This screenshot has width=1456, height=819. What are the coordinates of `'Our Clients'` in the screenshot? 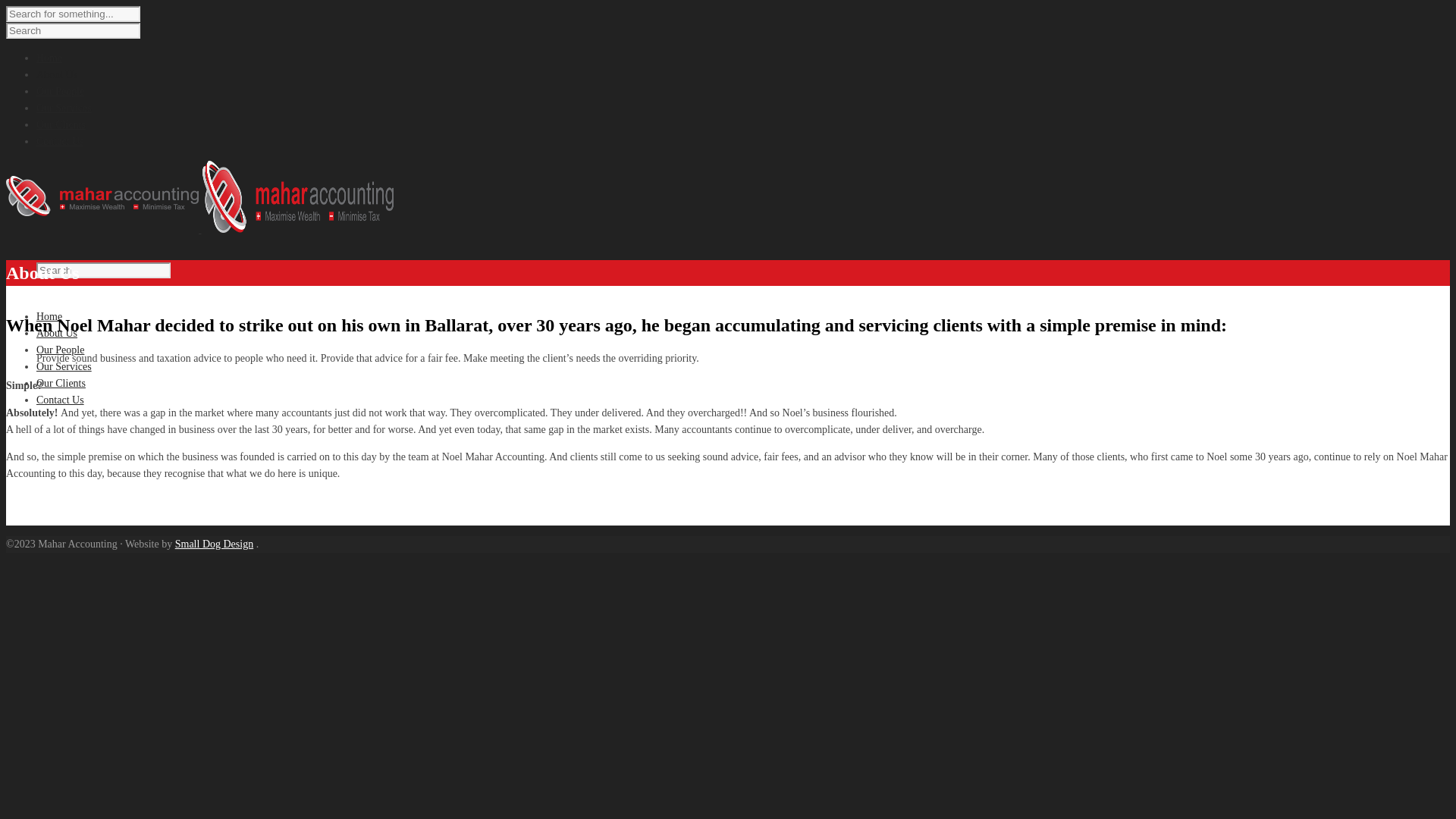 It's located at (36, 124).